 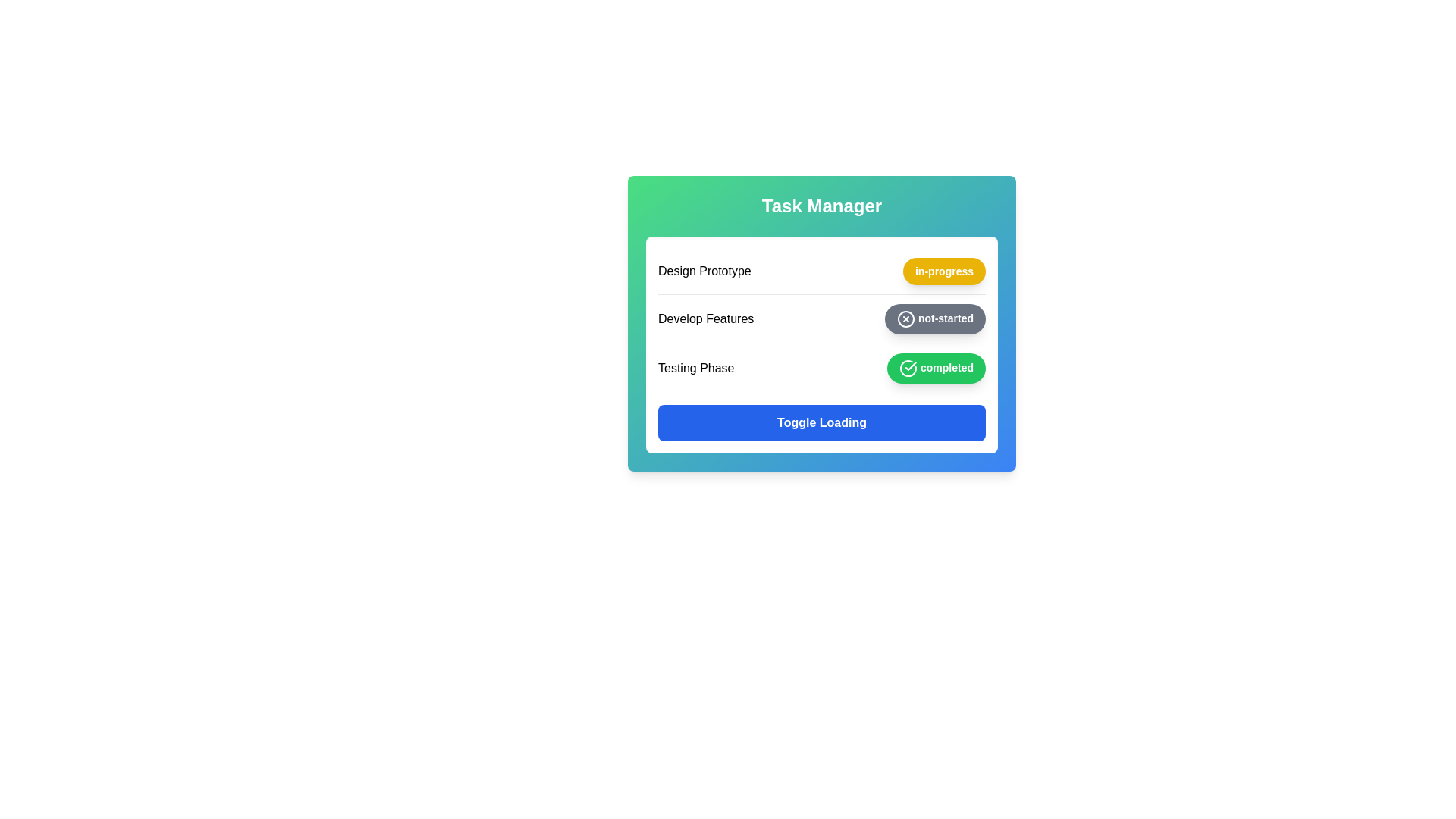 What do you see at coordinates (905, 318) in the screenshot?
I see `the 'not-started' status icon, which is a circular icon with an 'X' in the center, located within a gray circular button in the second row of the task status list inside a modal` at bounding box center [905, 318].